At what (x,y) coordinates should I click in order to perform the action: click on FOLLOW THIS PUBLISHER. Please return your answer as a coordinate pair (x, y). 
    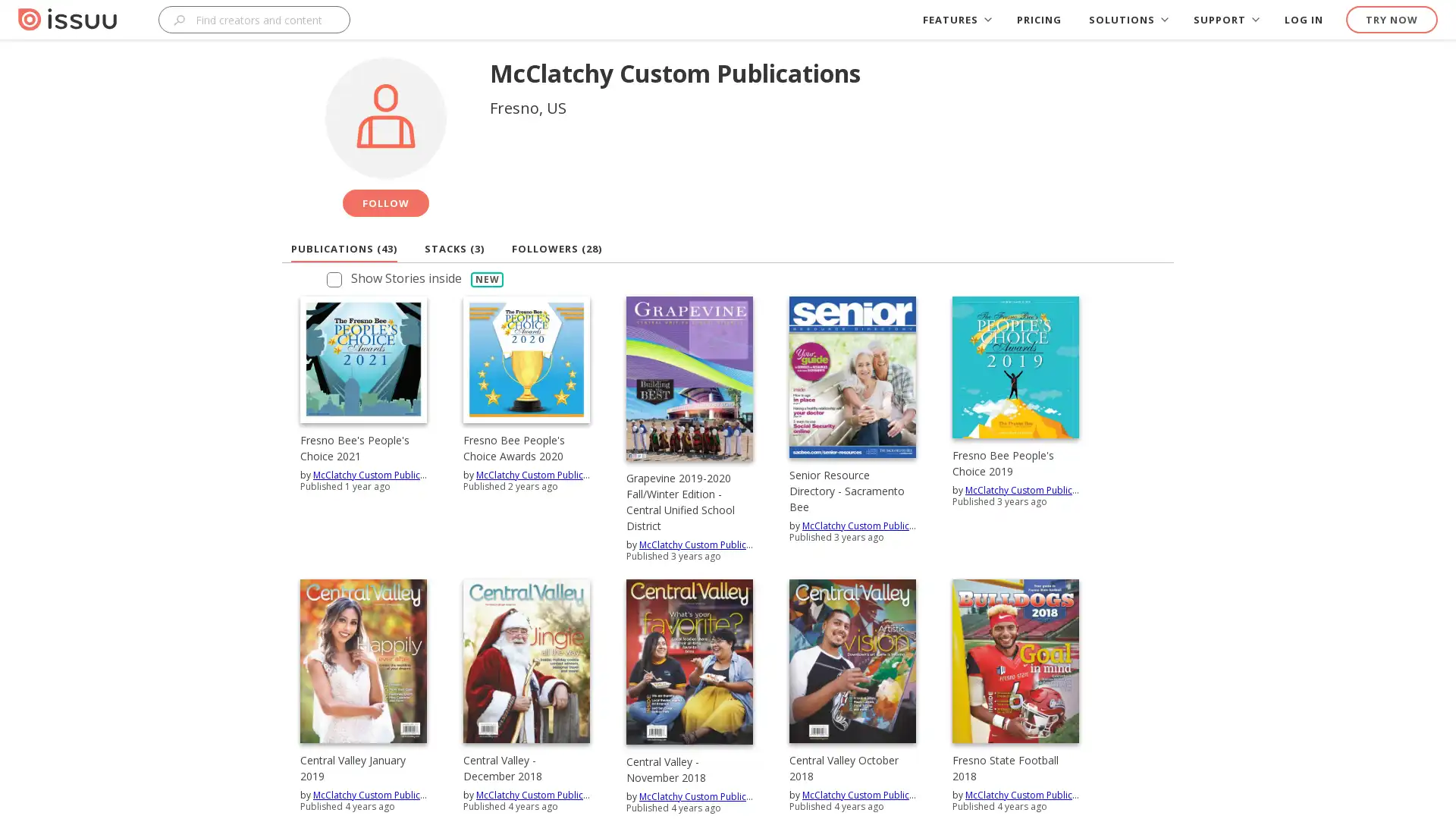
    Looking at the image, I should click on (385, 202).